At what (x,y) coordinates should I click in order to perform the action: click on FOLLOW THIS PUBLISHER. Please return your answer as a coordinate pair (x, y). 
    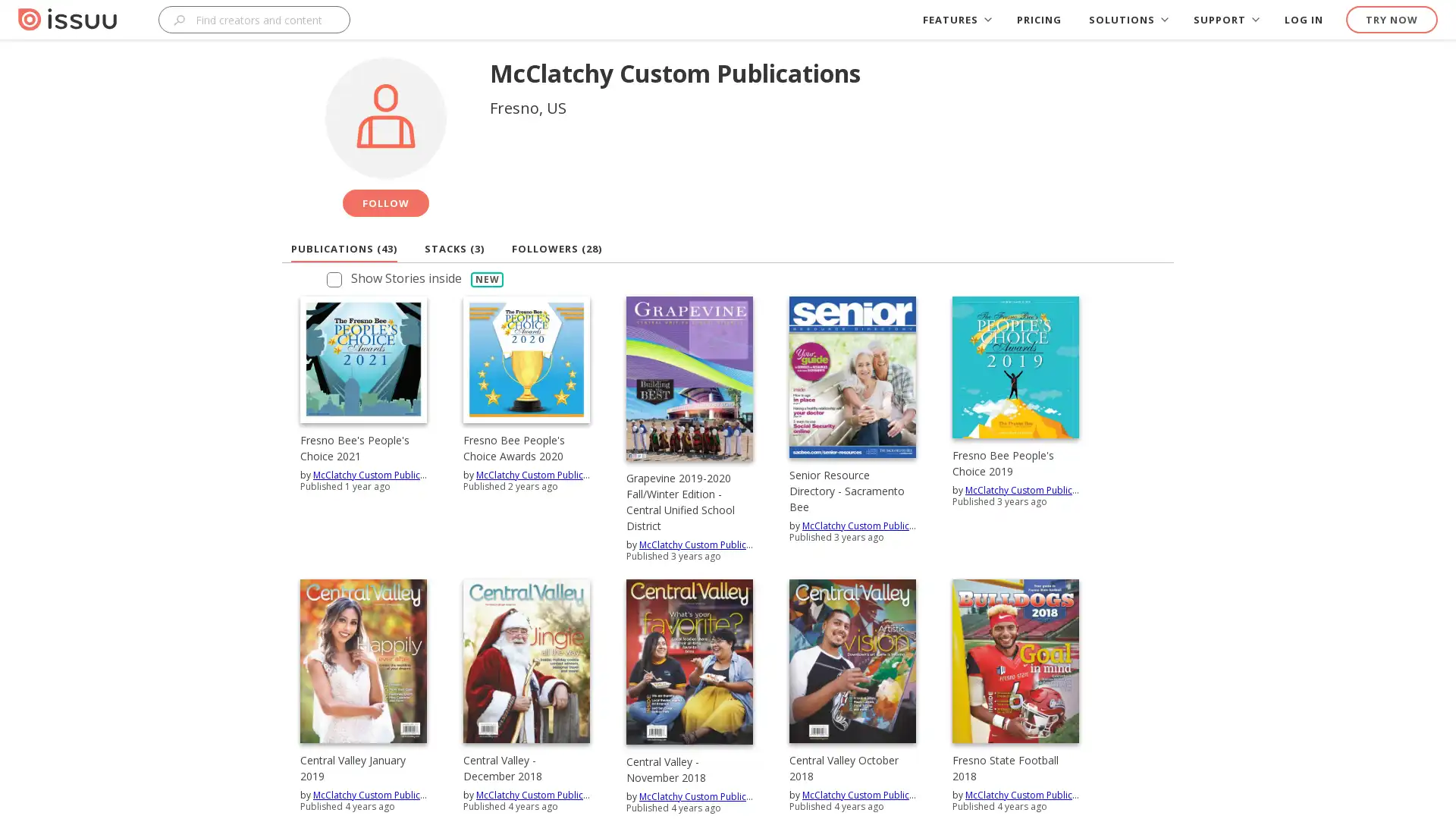
    Looking at the image, I should click on (385, 202).